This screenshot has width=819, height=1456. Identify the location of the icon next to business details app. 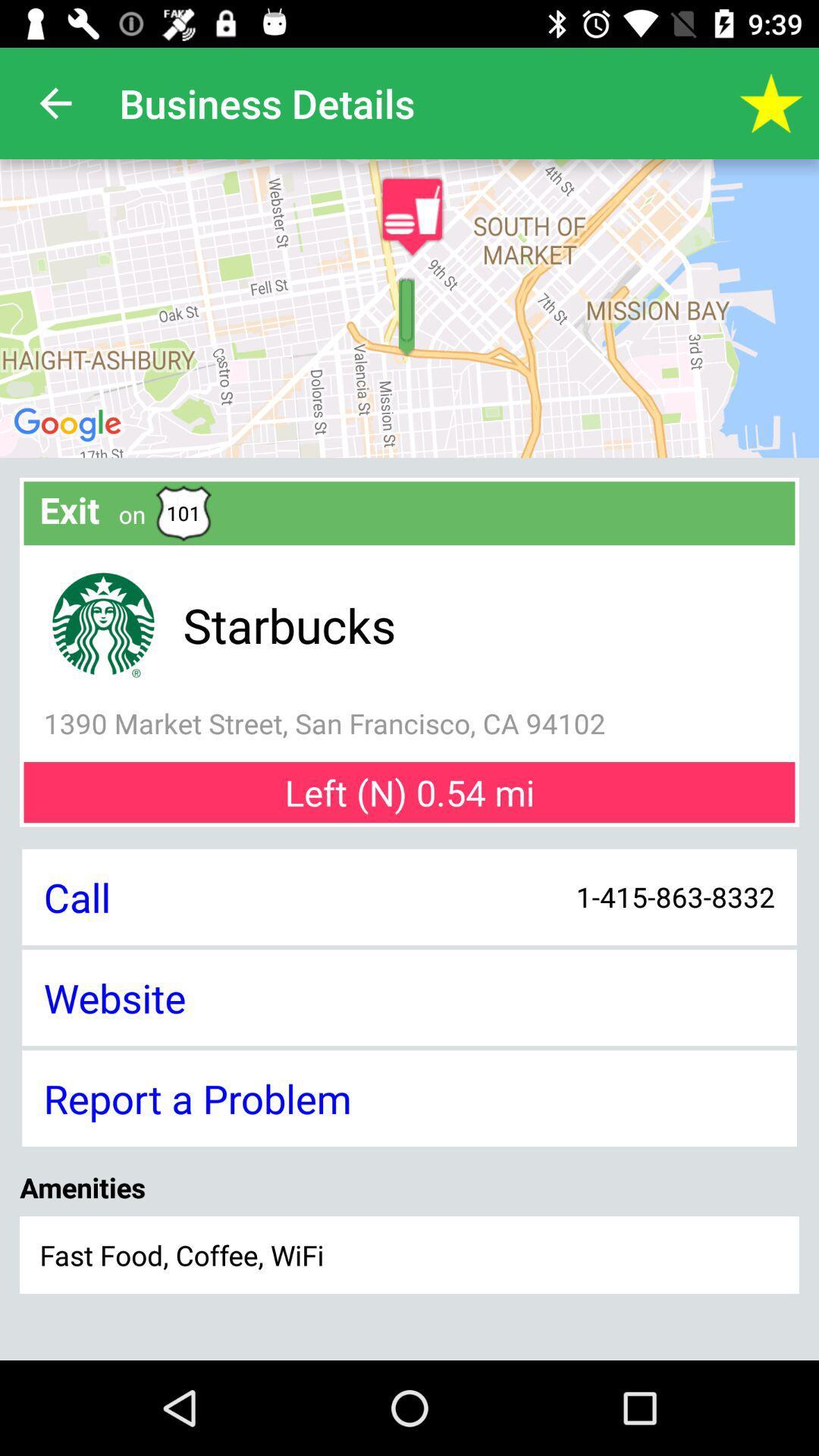
(55, 102).